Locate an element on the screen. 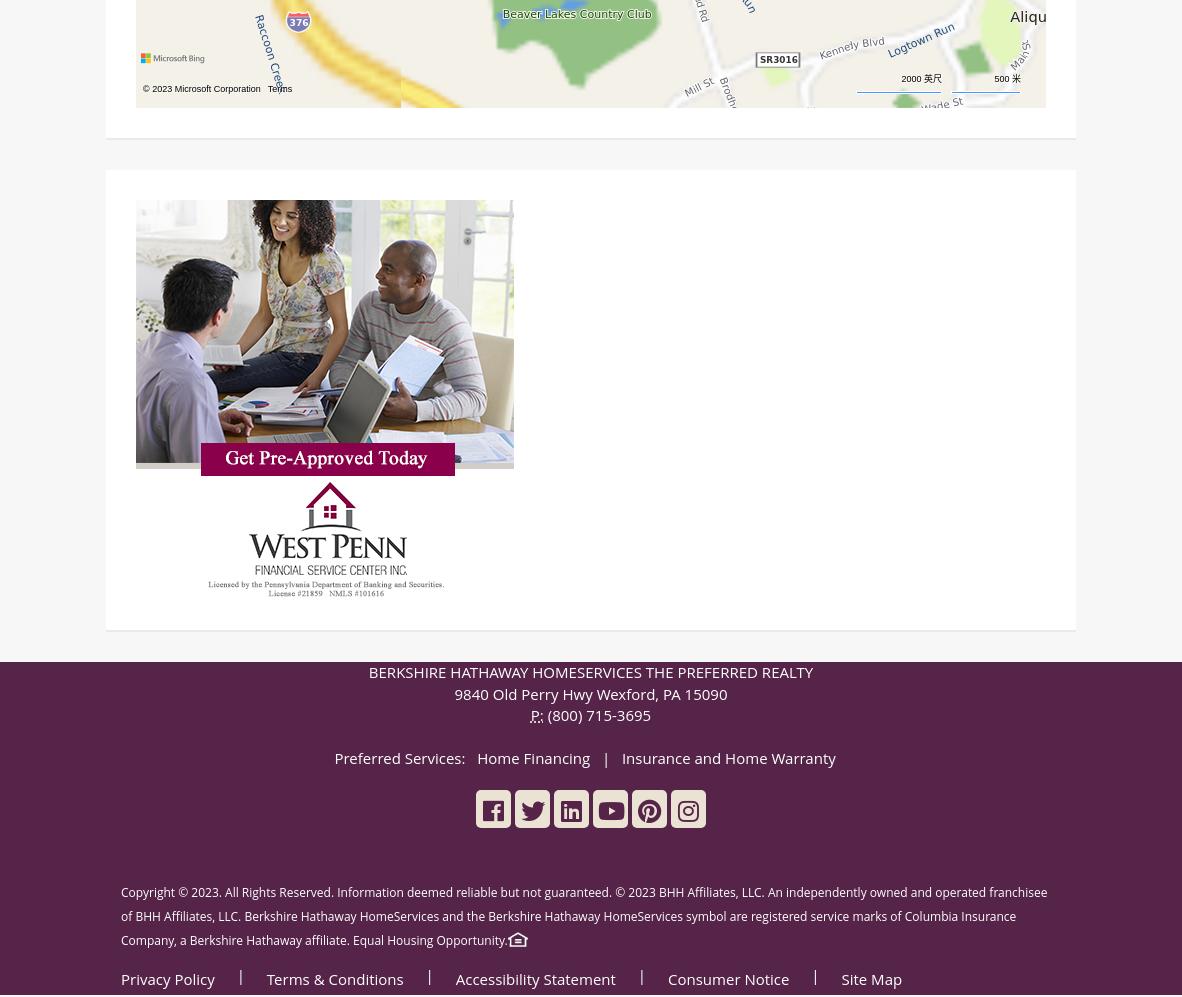 The width and height of the screenshot is (1182, 997). 'P:' is located at coordinates (536, 716).